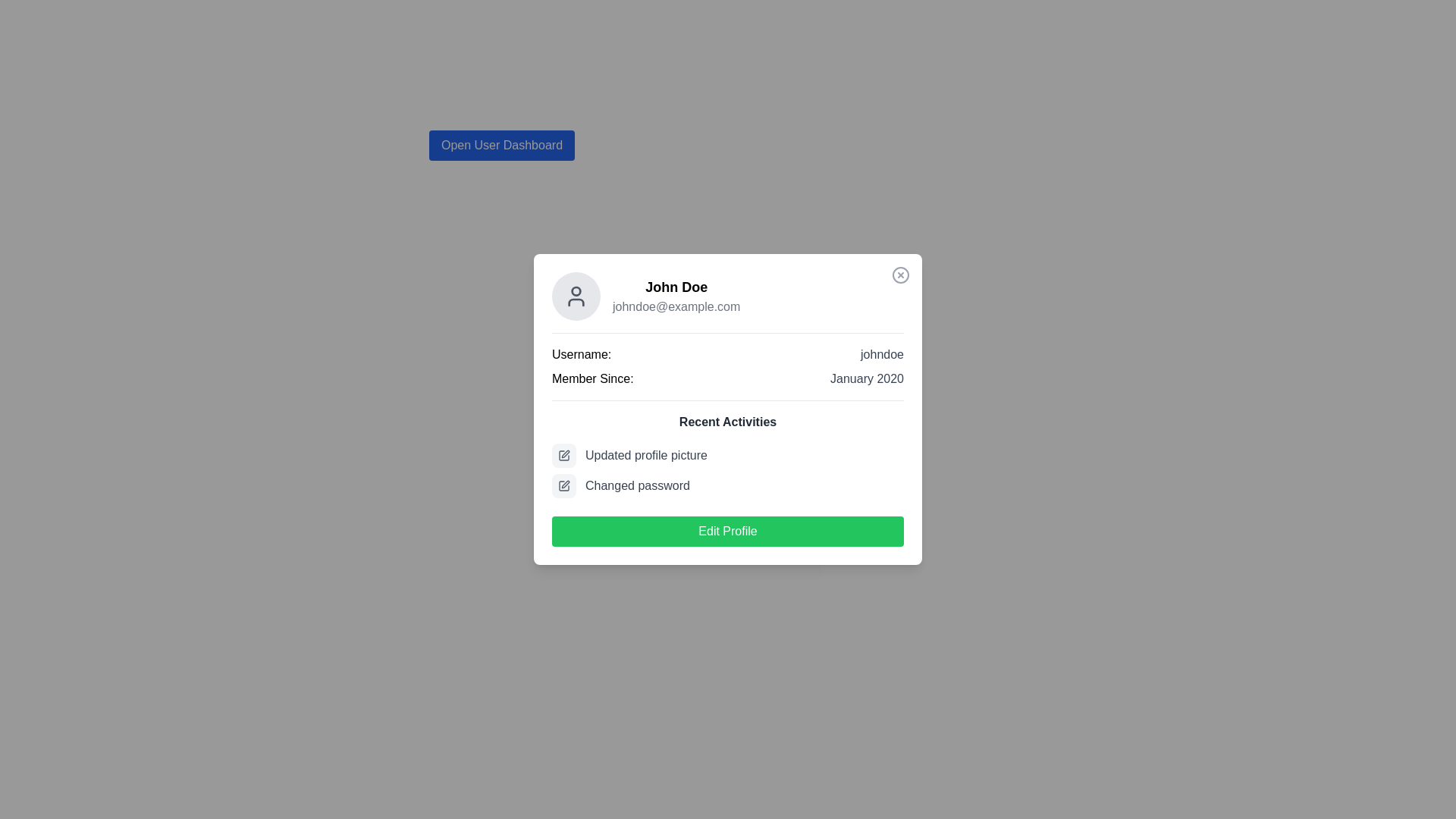 This screenshot has width=1456, height=819. What do you see at coordinates (646, 455) in the screenshot?
I see `the static text element that displays 'Updated profile picture', located under the 'Recent Activities' title section in the profile card` at bounding box center [646, 455].